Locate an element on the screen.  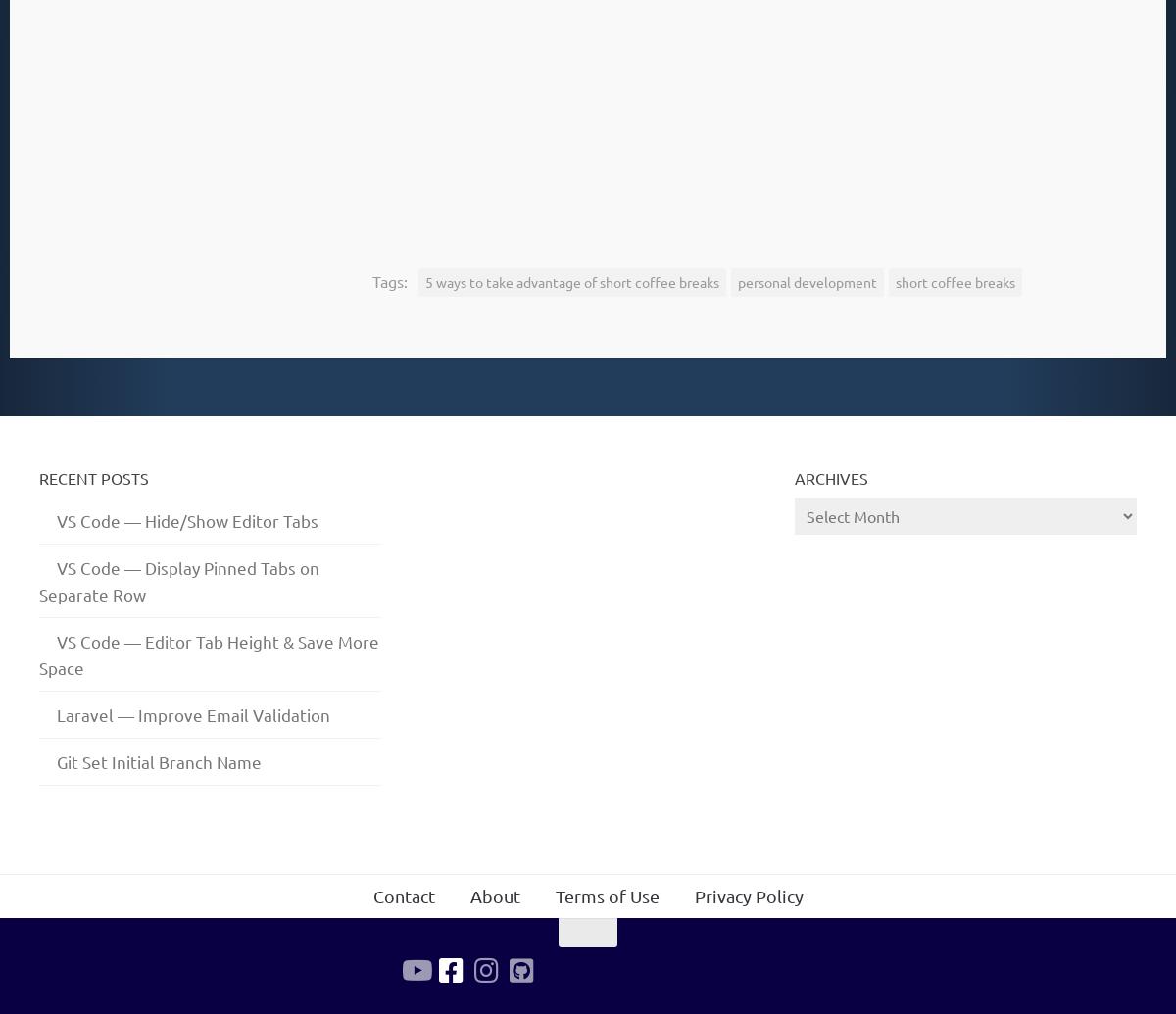
'VS Code — Display Pinned Tabs on Separate Row' is located at coordinates (178, 579).